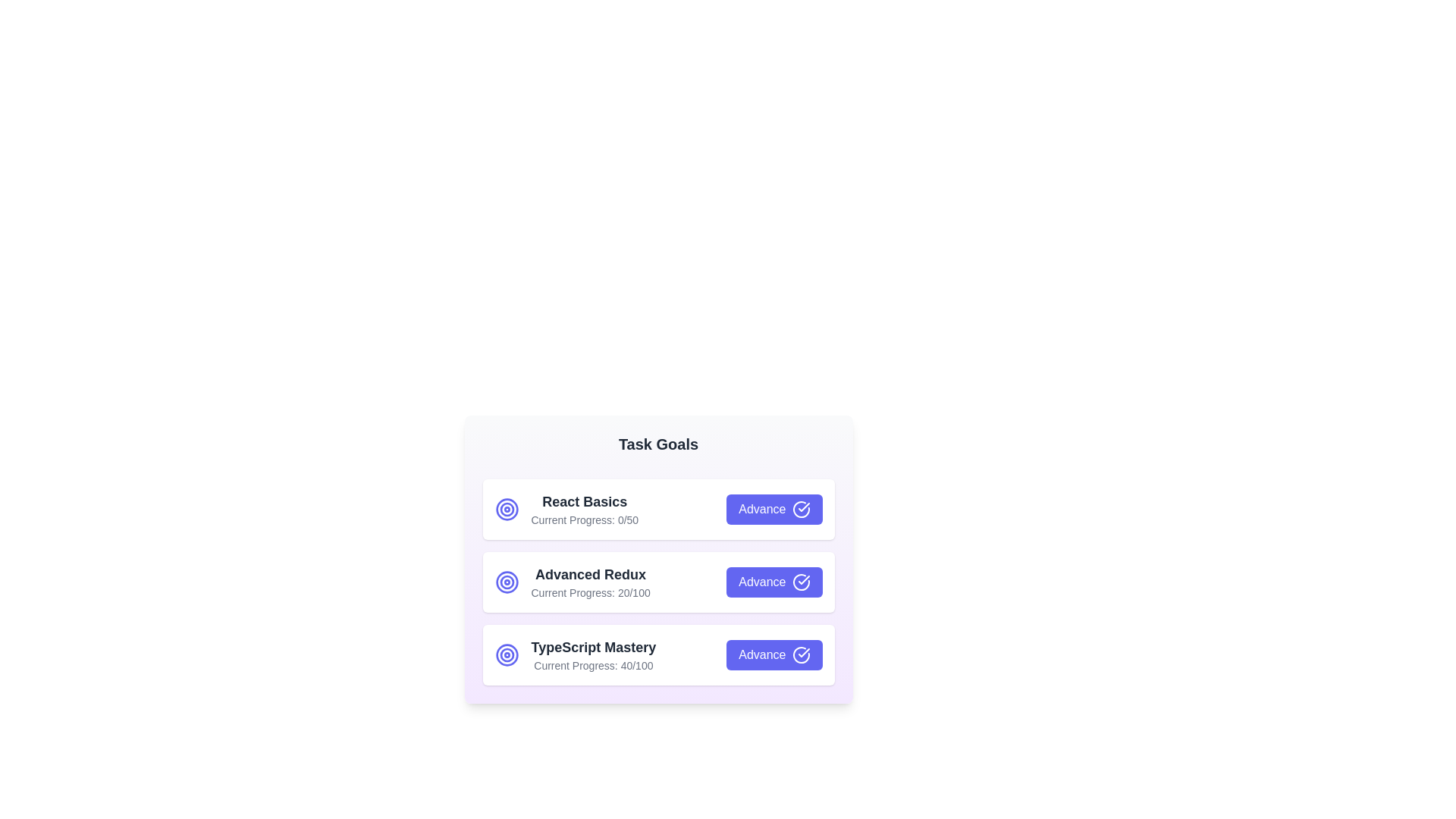  What do you see at coordinates (800, 654) in the screenshot?
I see `the circular checkmark icon inside the 'Advance' button in the 'TypeScript Mastery' section, which is located on the far right of the button` at bounding box center [800, 654].